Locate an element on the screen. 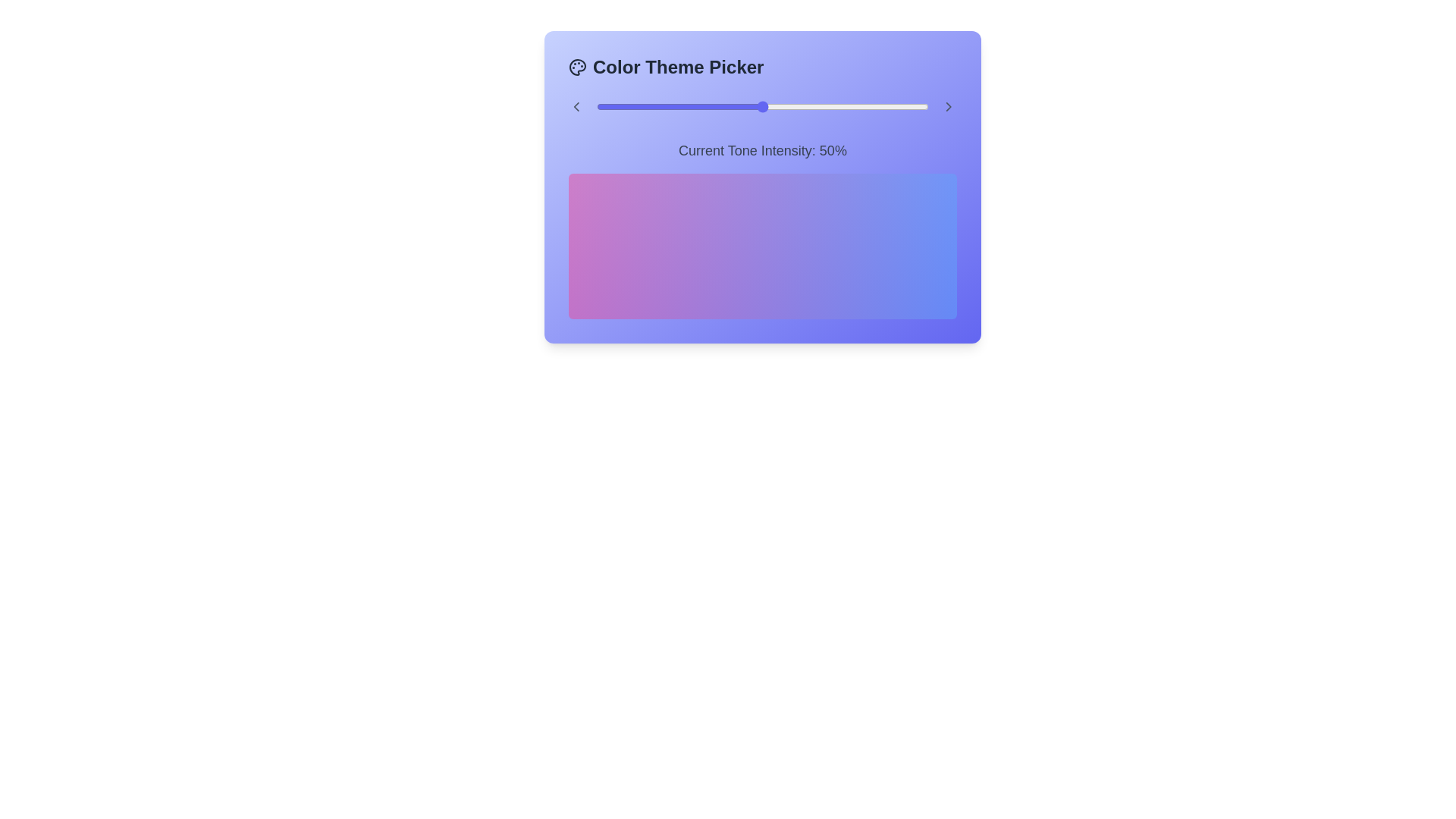 The image size is (1456, 819). the gradient display area is located at coordinates (763, 245).